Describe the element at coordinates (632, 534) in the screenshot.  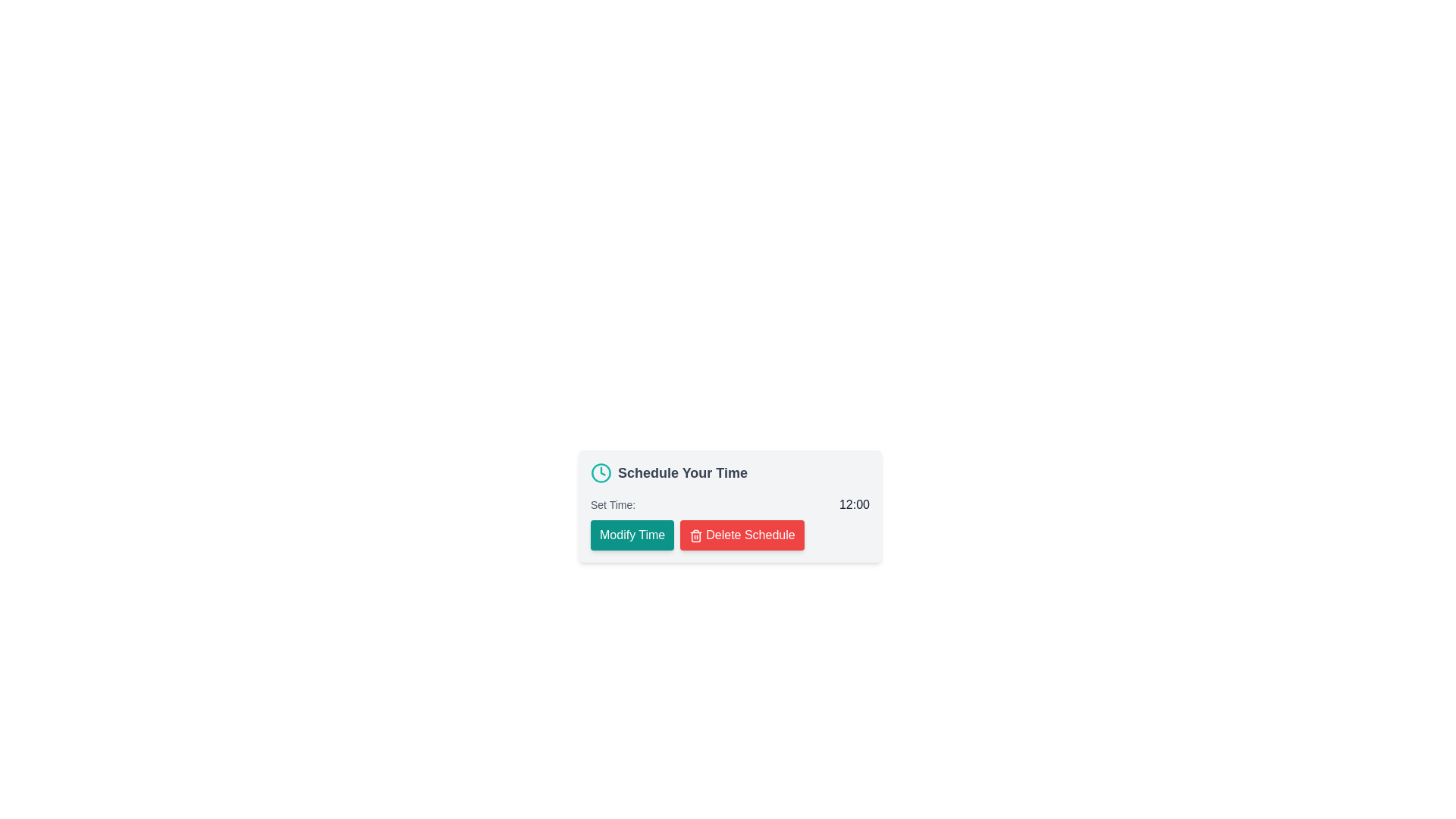
I see `the rectangular green button with white bold text saying 'Modify Time'` at that location.